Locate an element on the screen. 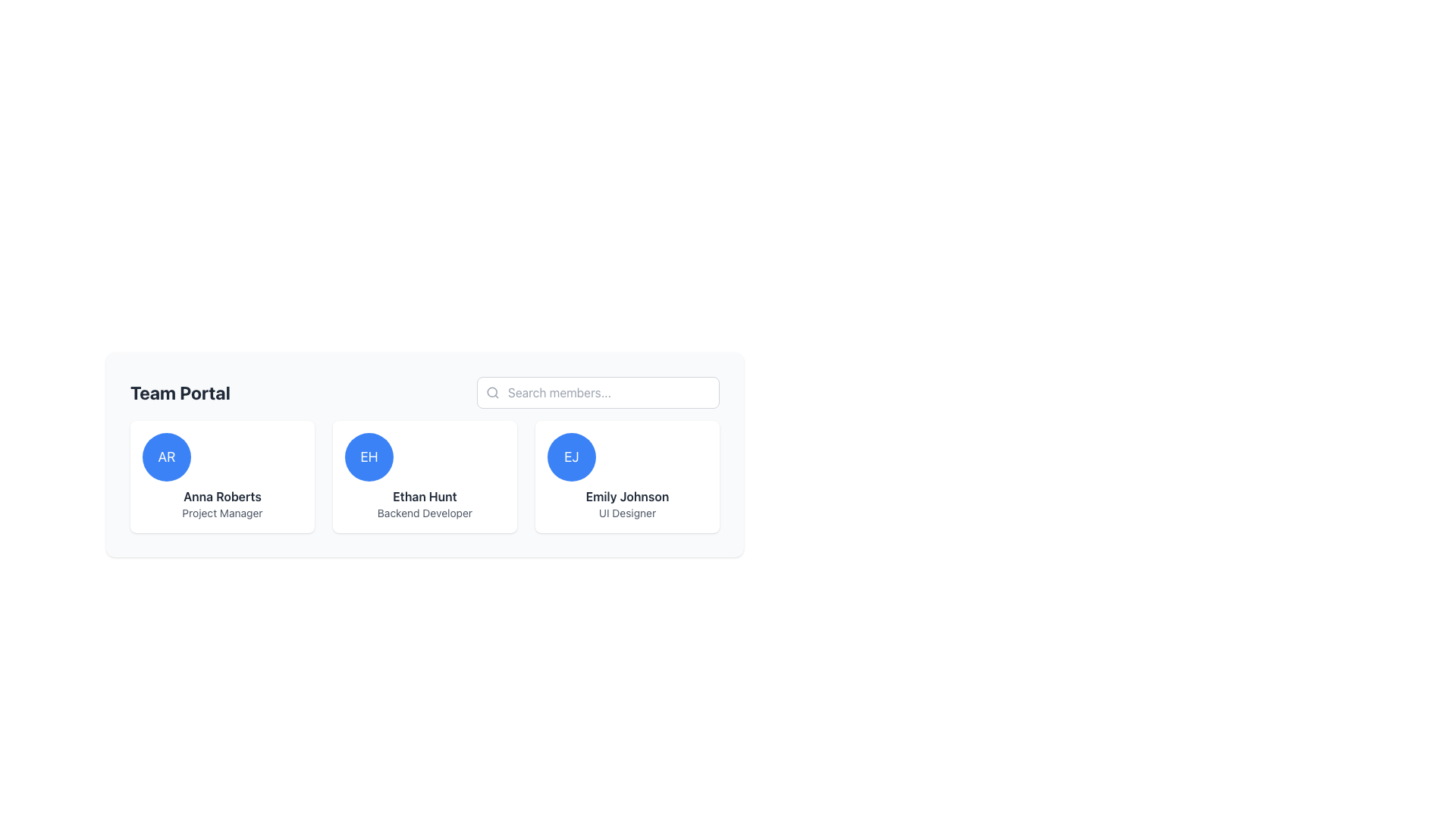 The height and width of the screenshot is (819, 1456). the initials of the first Profile card representing a team member in the top-left corner of the layout to highlight it is located at coordinates (221, 475).